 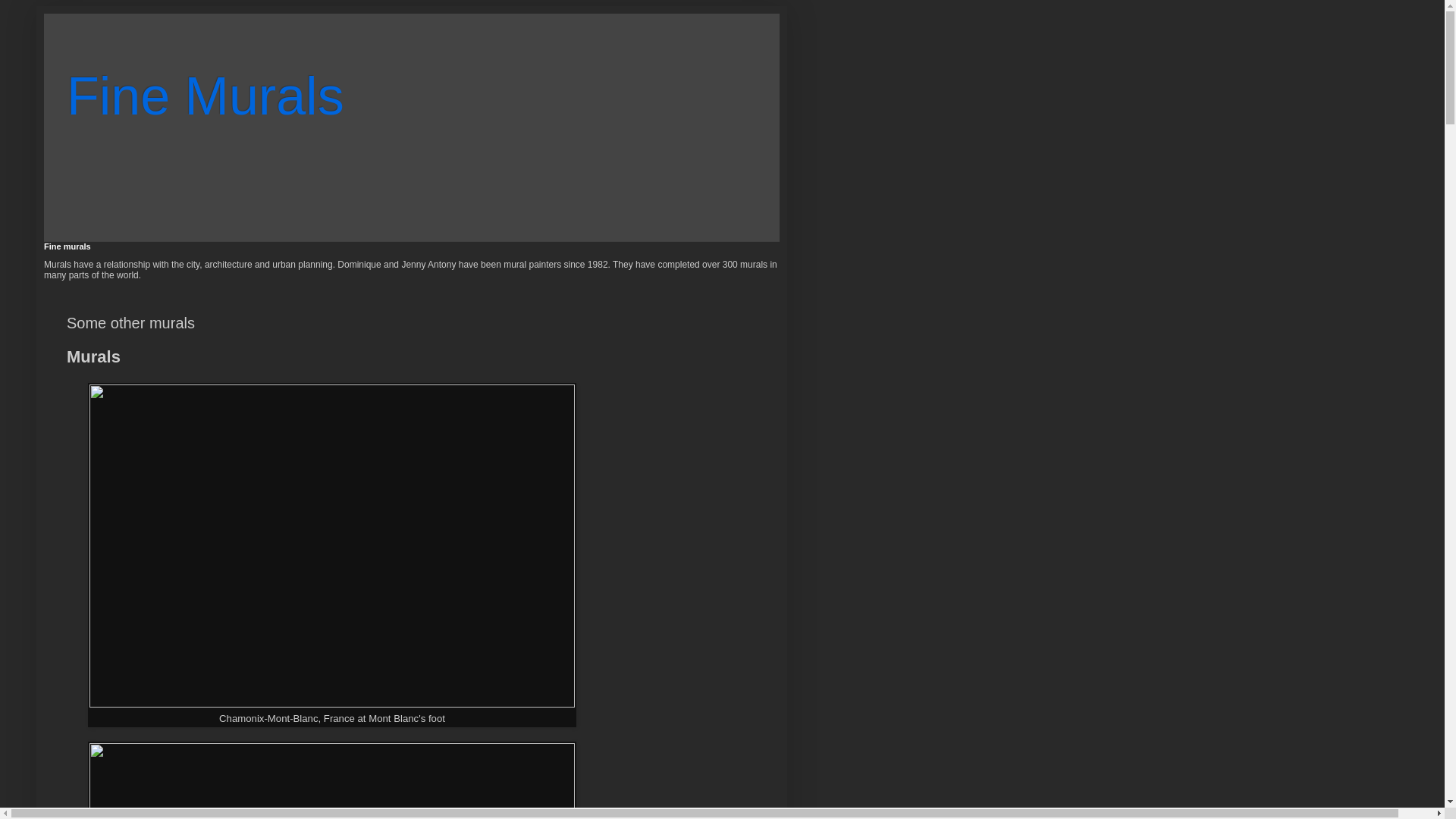 What do you see at coordinates (204, 96) in the screenshot?
I see `'Fine Murals'` at bounding box center [204, 96].